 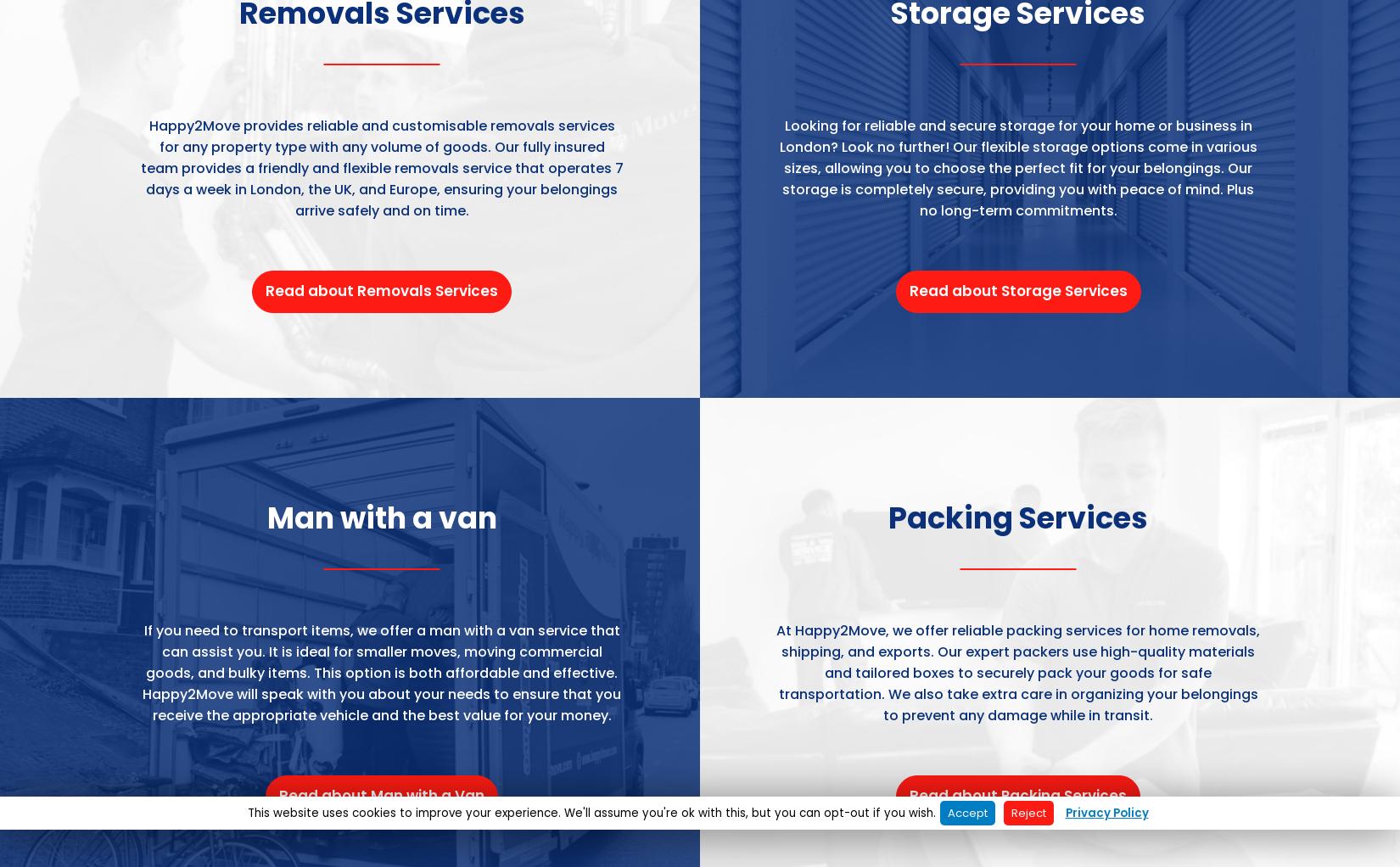 I want to click on 'Read about Removals Services', so click(x=380, y=290).